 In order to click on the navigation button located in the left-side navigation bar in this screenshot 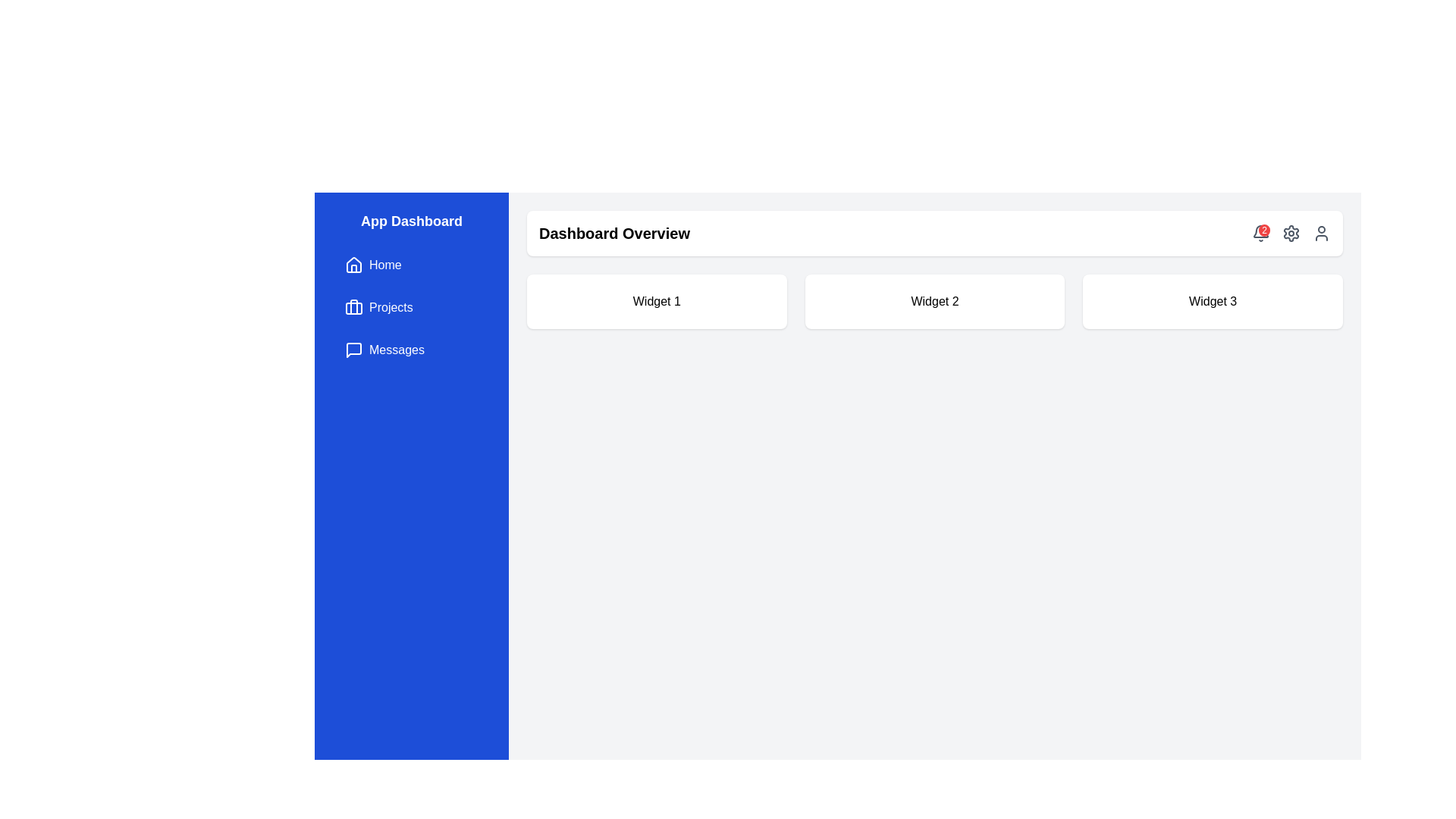, I will do `click(373, 265)`.